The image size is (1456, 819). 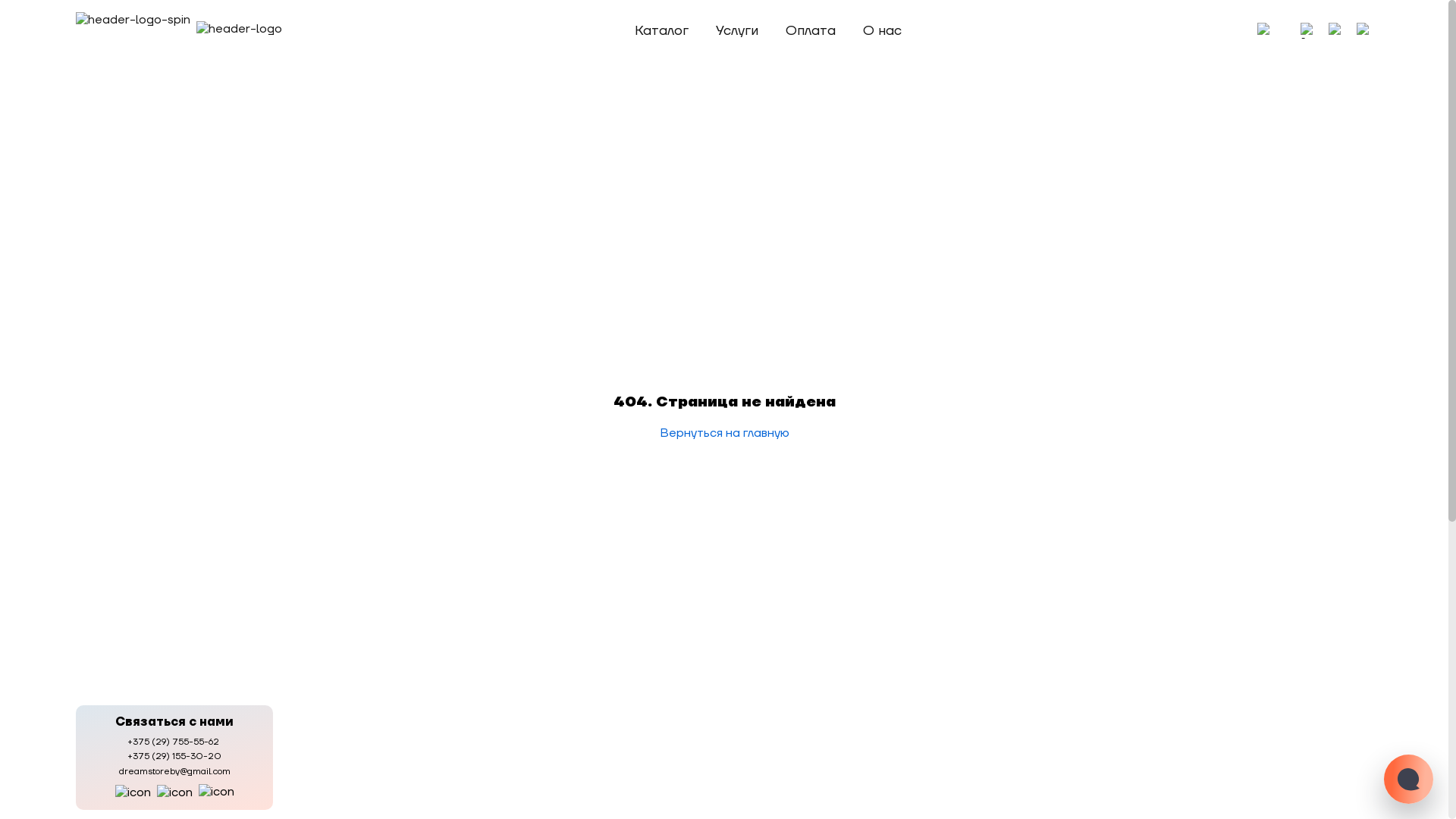 I want to click on 'dreamstoreby@gmail.com', so click(x=174, y=771).